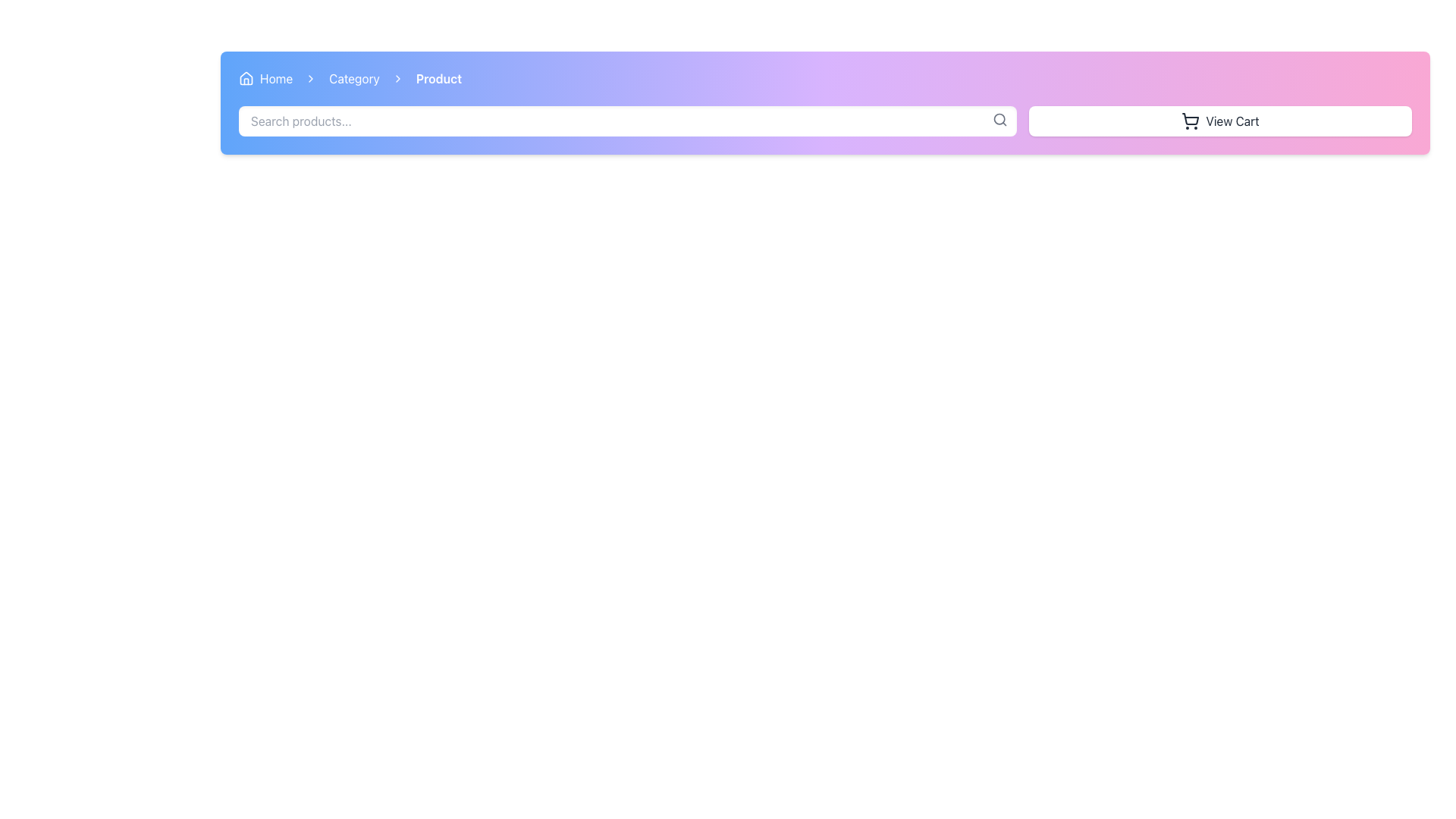 The width and height of the screenshot is (1456, 819). Describe the element at coordinates (1220, 120) in the screenshot. I see `the shopping cart button located in the upper right corner of the interface to change its background color` at that location.